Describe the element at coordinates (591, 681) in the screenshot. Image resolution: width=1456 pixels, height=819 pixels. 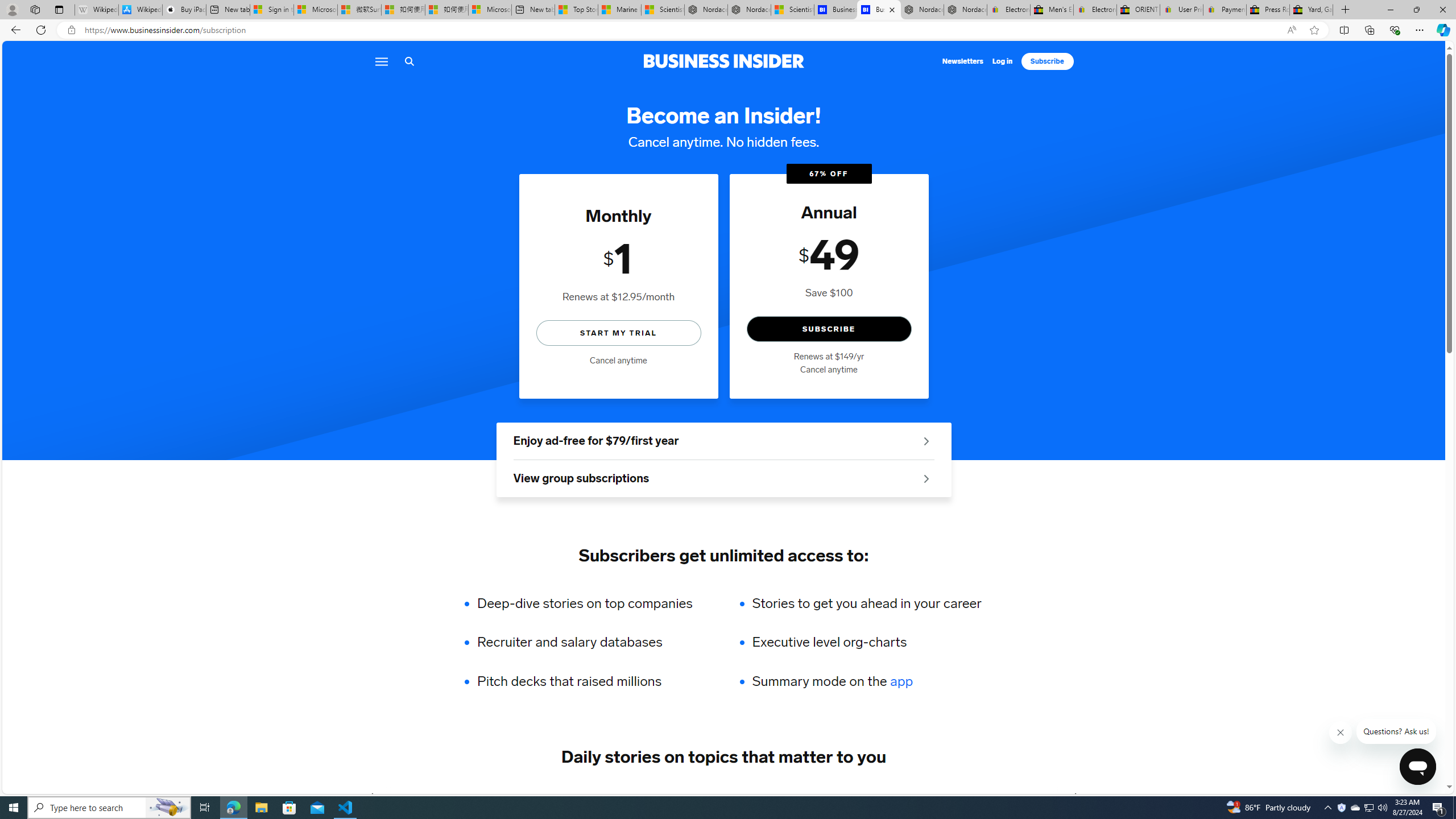
I see `'Pitch decks that raised millions'` at that location.